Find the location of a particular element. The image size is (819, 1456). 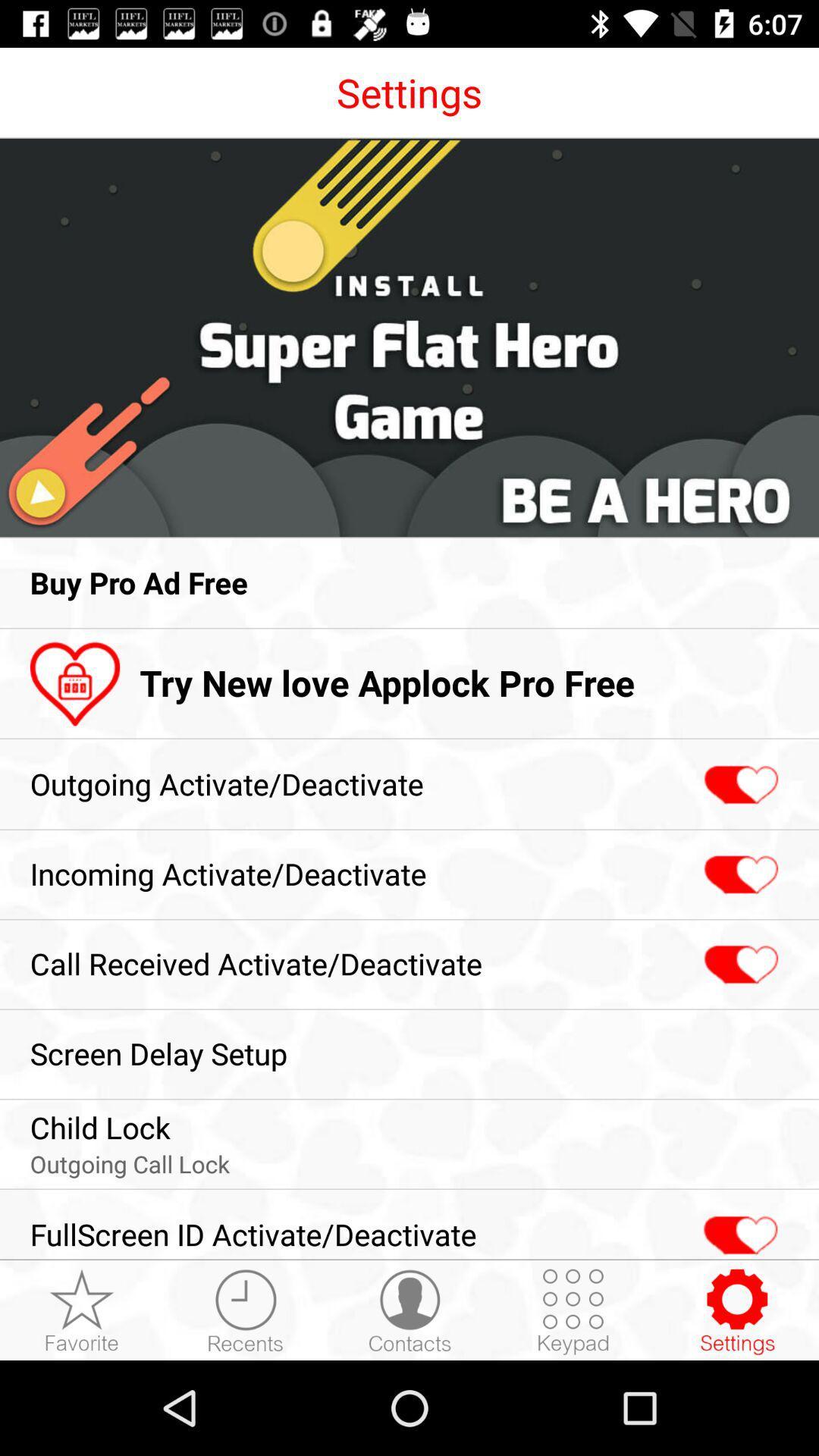

the avatar icon is located at coordinates (409, 1310).